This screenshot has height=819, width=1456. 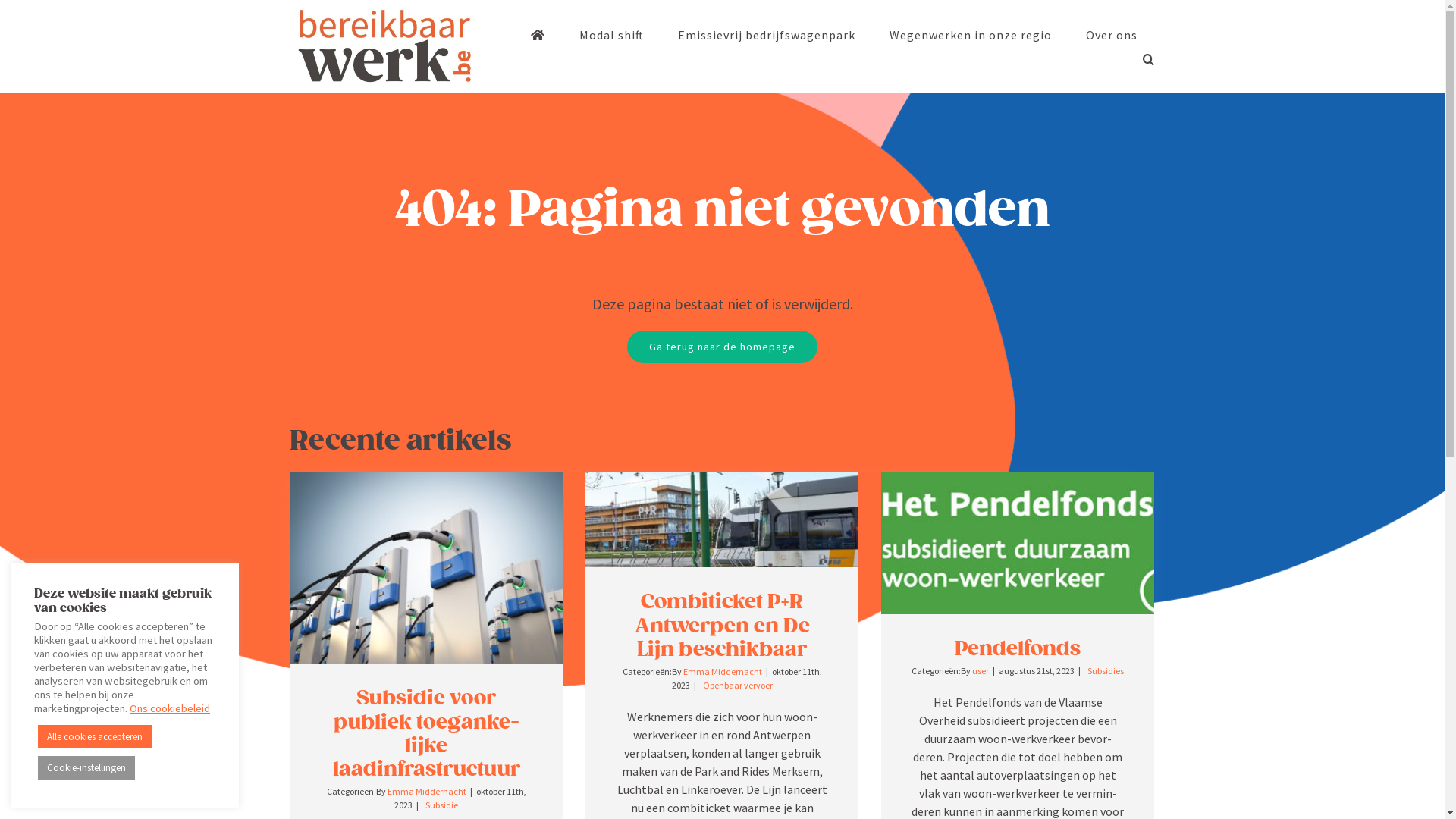 What do you see at coordinates (1084, 34) in the screenshot?
I see `'Over ons'` at bounding box center [1084, 34].